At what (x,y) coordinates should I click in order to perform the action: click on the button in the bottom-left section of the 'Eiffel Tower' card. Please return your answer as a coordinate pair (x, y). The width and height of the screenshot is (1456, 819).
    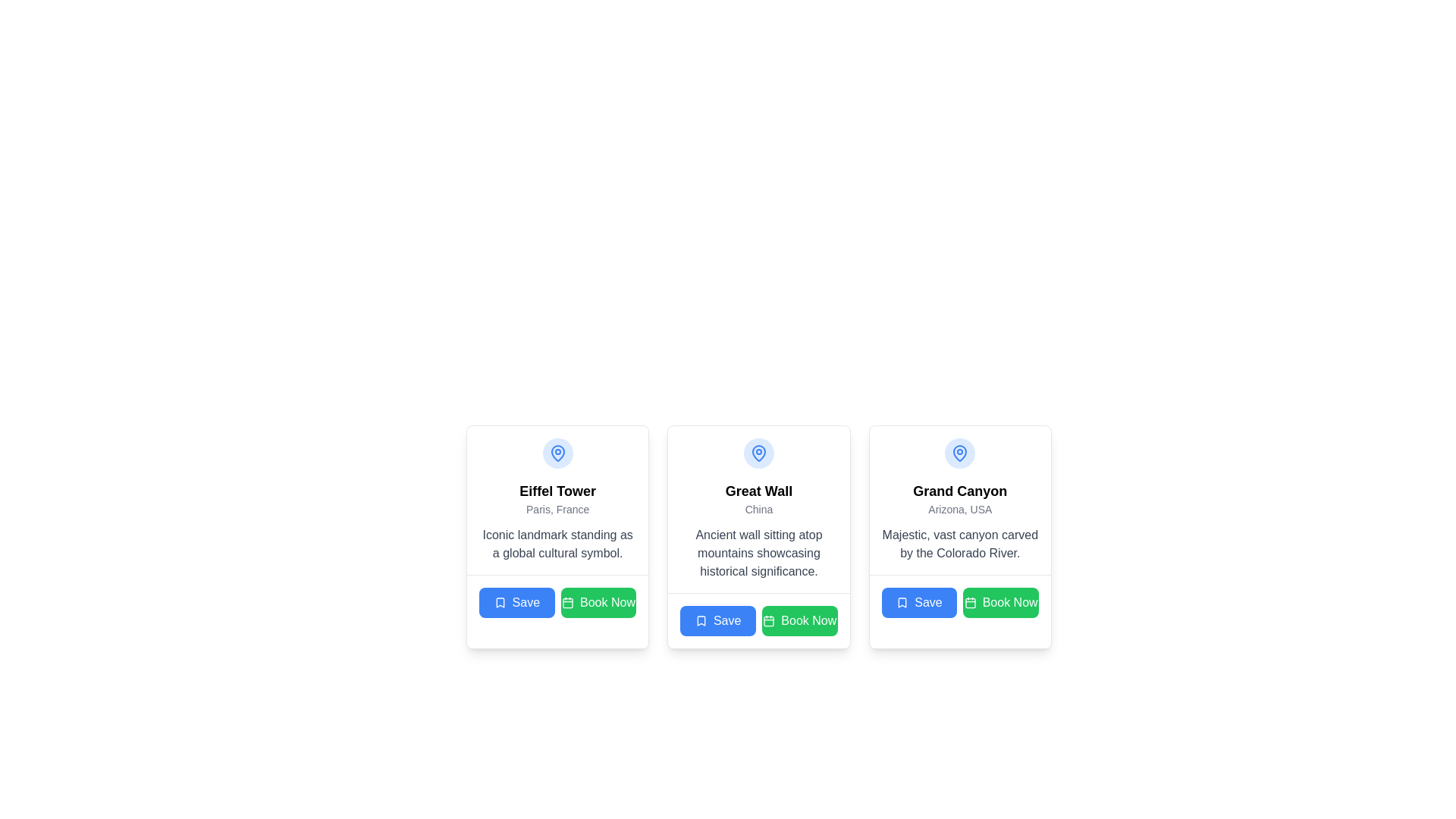
    Looking at the image, I should click on (516, 601).